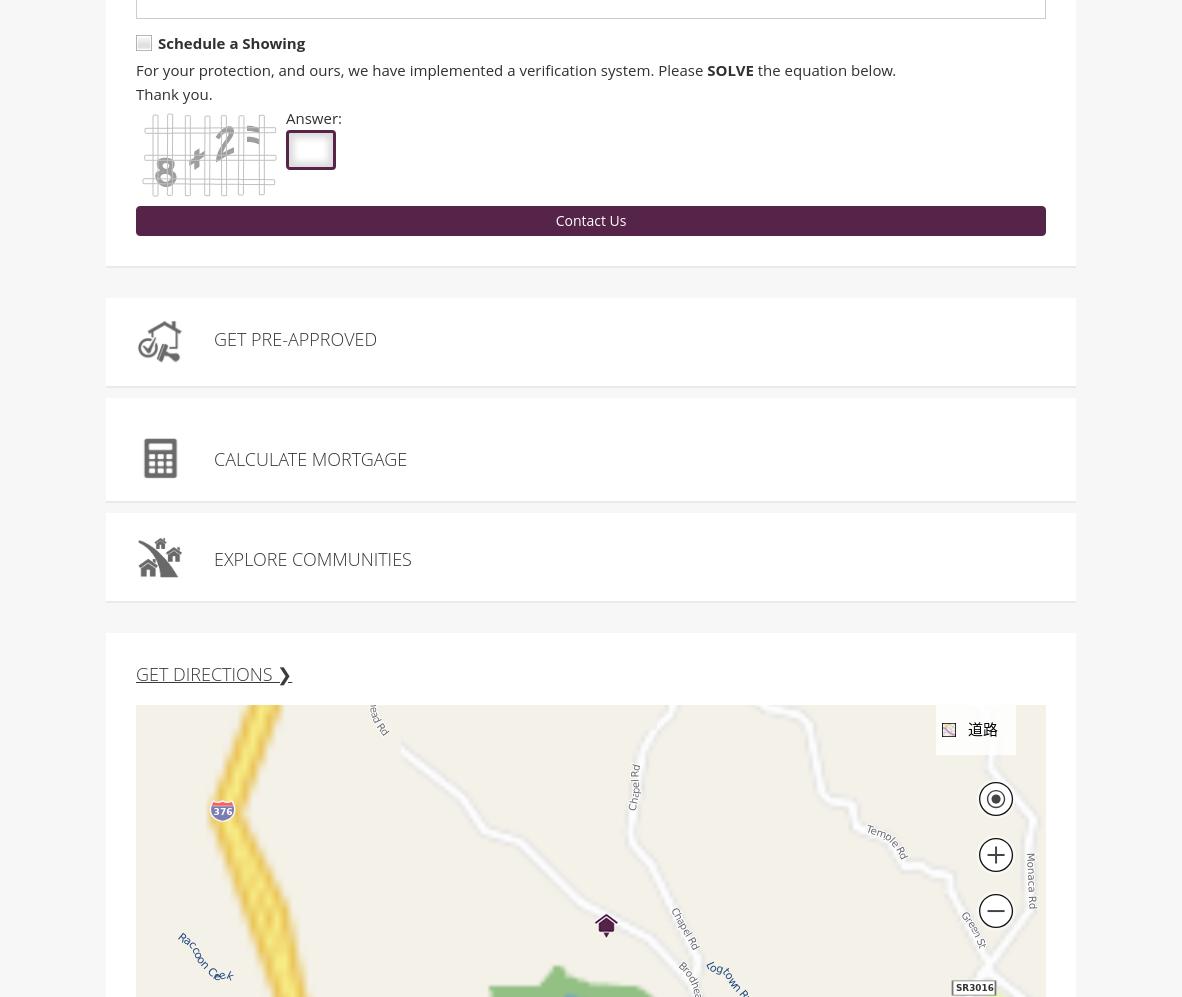 Image resolution: width=1182 pixels, height=997 pixels. Describe the element at coordinates (823, 71) in the screenshot. I see `'the equation below.'` at that location.